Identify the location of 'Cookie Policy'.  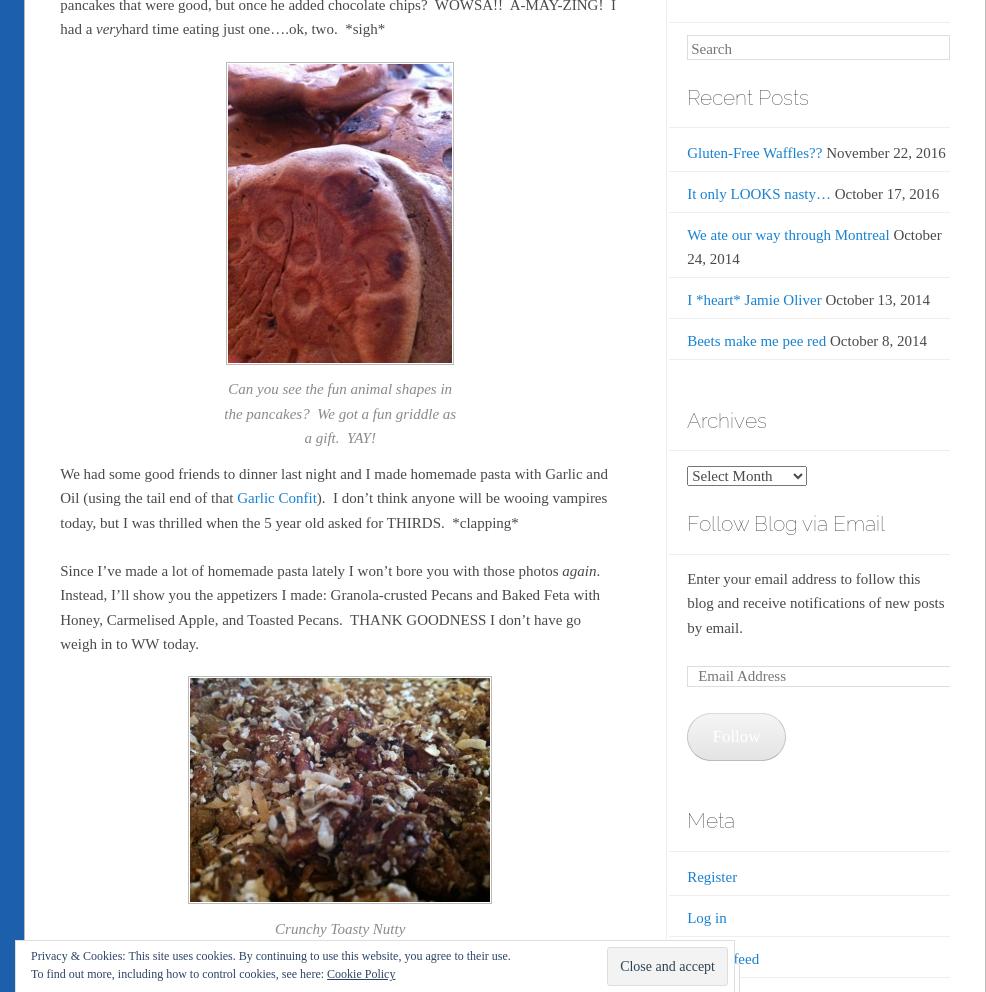
(359, 974).